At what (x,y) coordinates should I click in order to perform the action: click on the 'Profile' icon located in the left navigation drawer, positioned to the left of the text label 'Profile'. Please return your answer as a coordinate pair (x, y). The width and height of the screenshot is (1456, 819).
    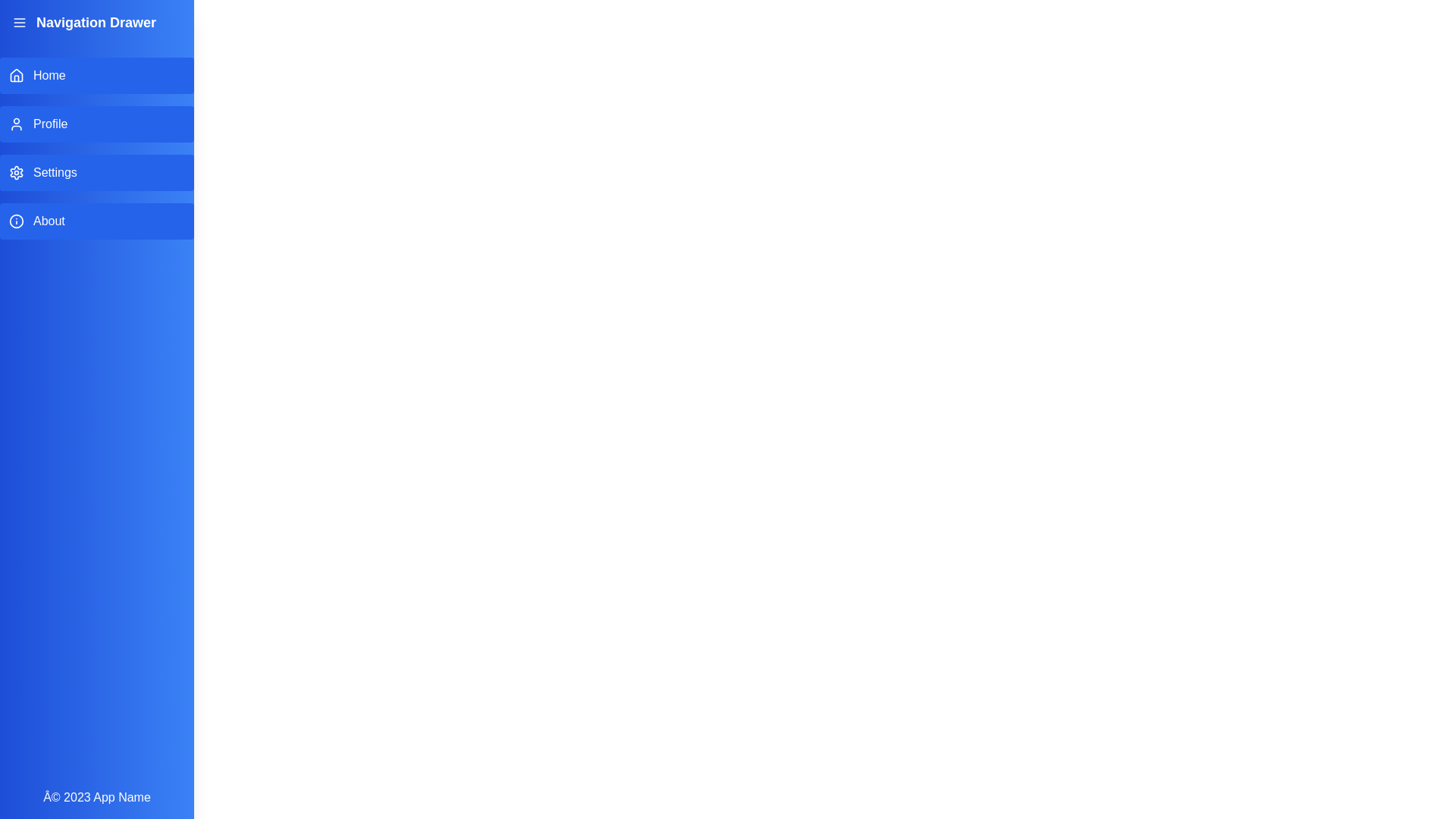
    Looking at the image, I should click on (17, 124).